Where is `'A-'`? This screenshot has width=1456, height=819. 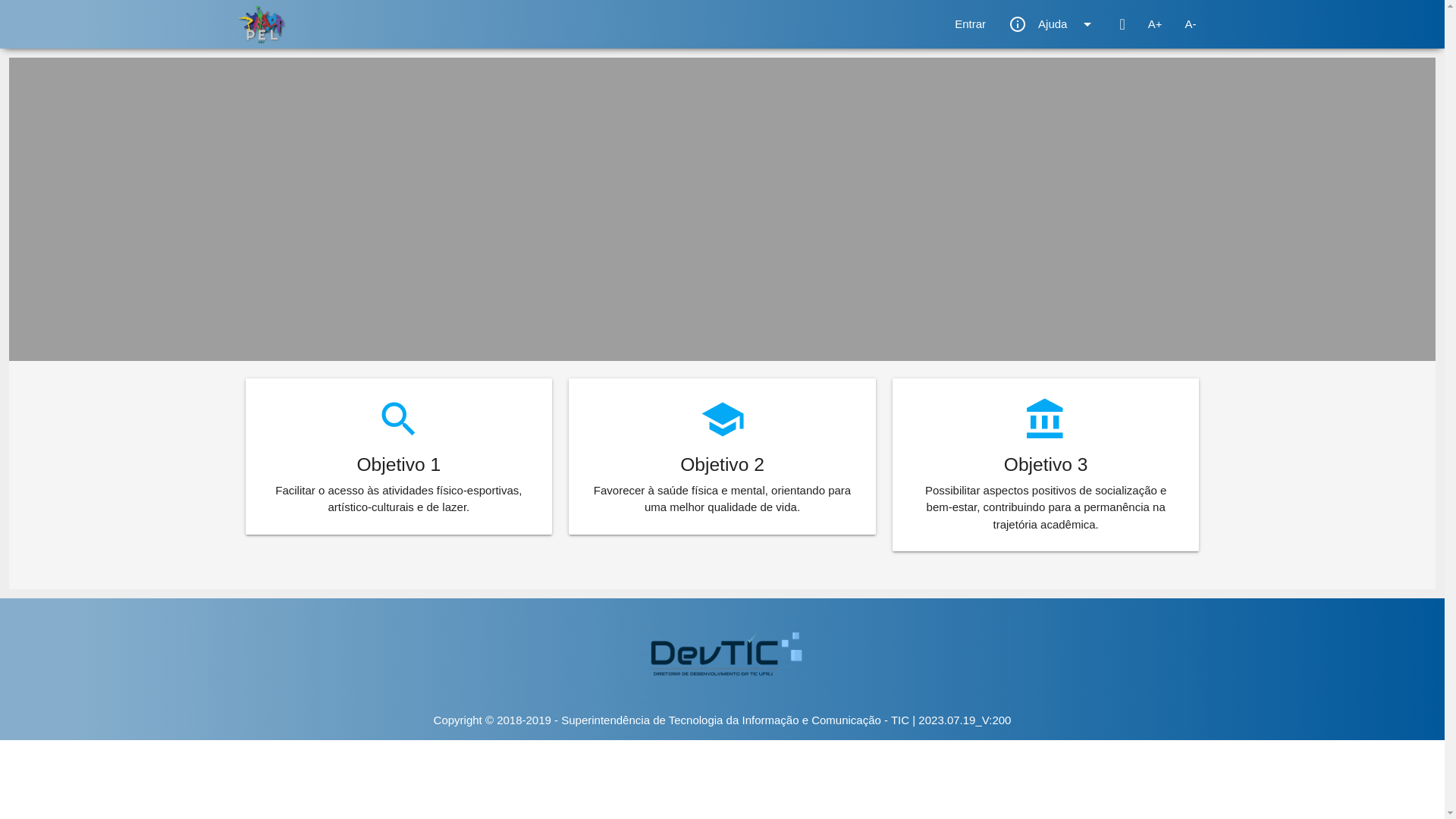
'A-' is located at coordinates (1190, 24).